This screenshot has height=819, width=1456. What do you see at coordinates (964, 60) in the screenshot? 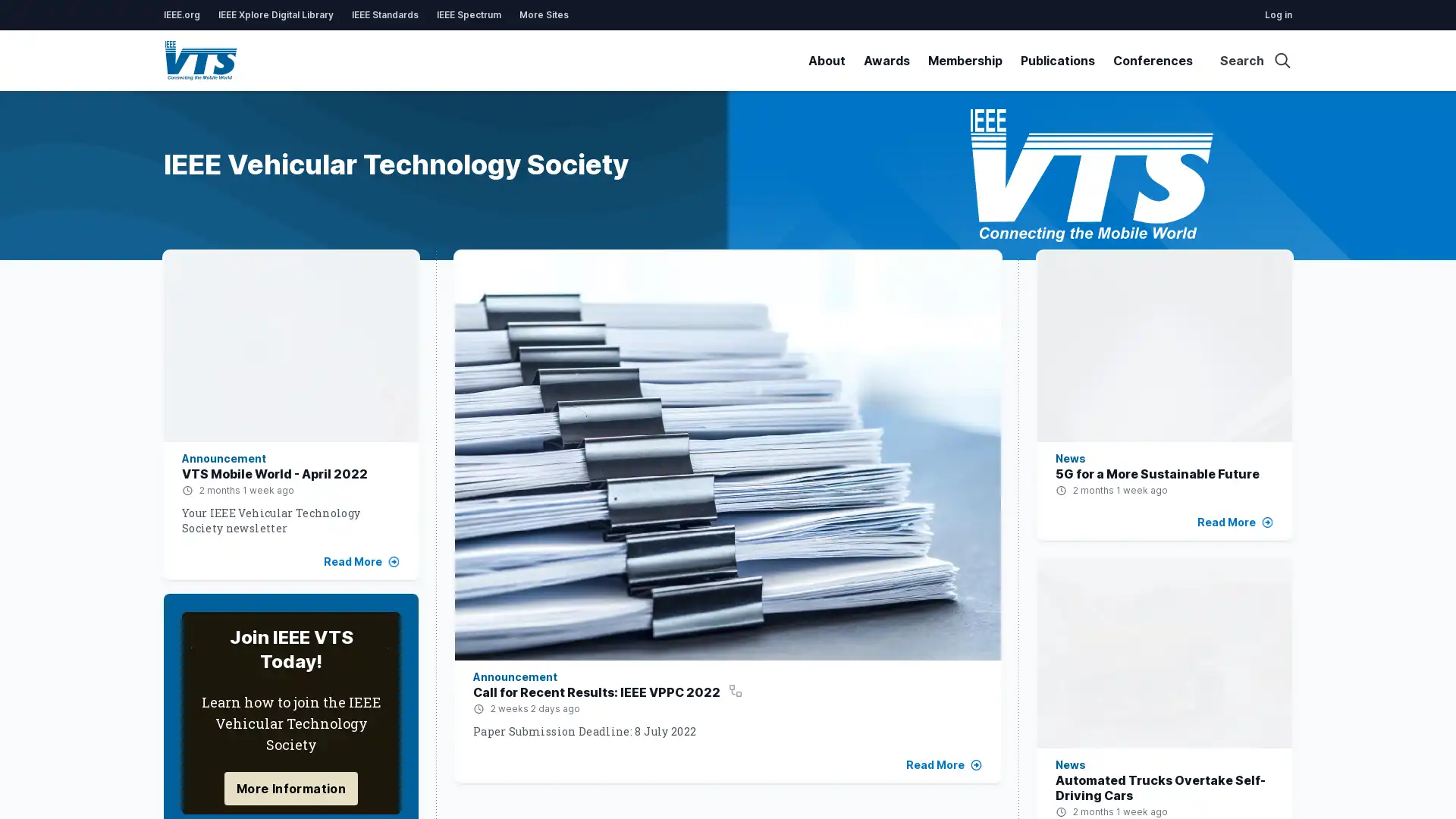
I see `Membership` at bounding box center [964, 60].